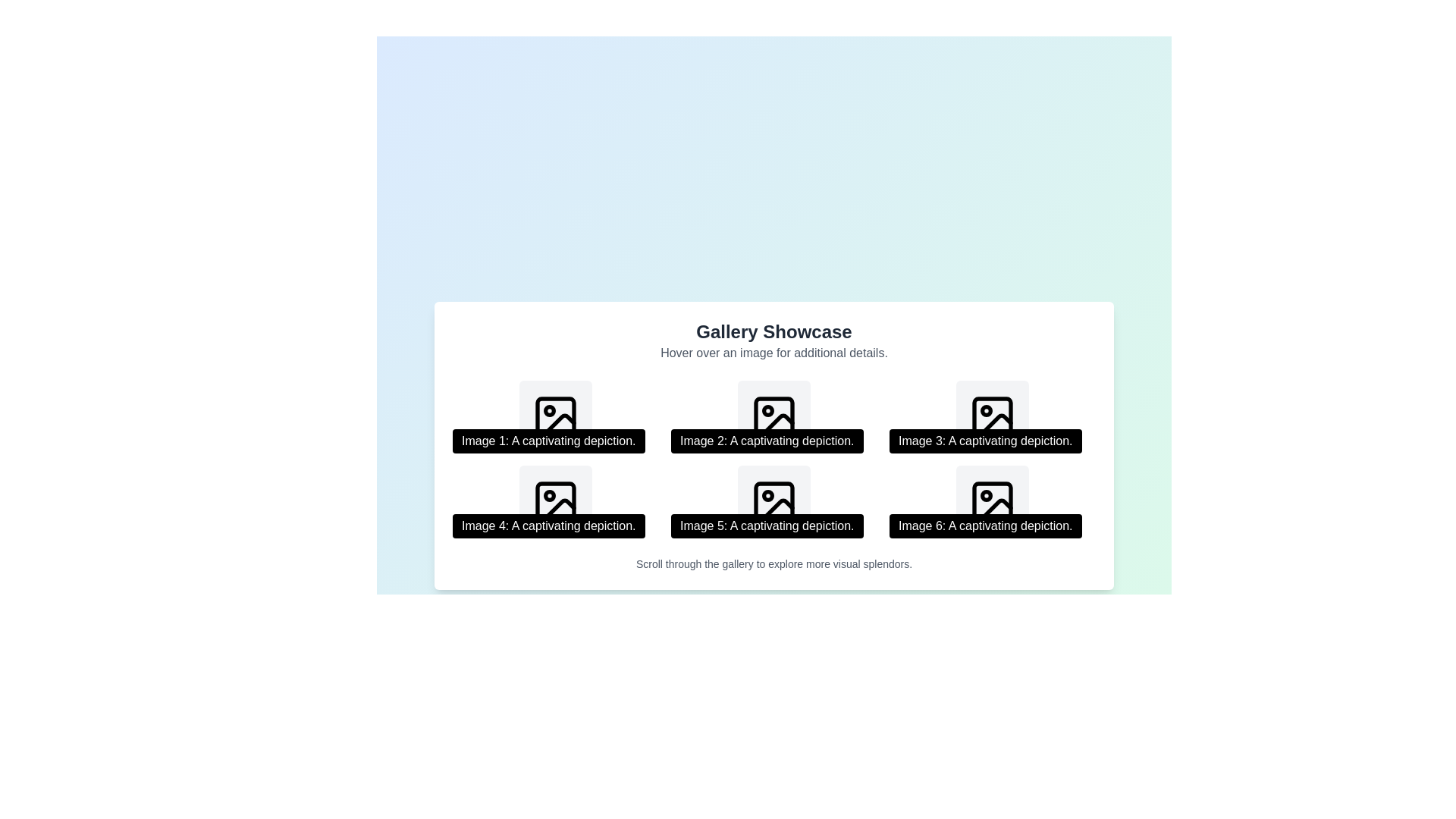 Image resolution: width=1456 pixels, height=819 pixels. I want to click on the decorative graphical component, a small rectangle with rounded corners, located inside the third image icon in the first row of the gallery grid, so click(993, 417).